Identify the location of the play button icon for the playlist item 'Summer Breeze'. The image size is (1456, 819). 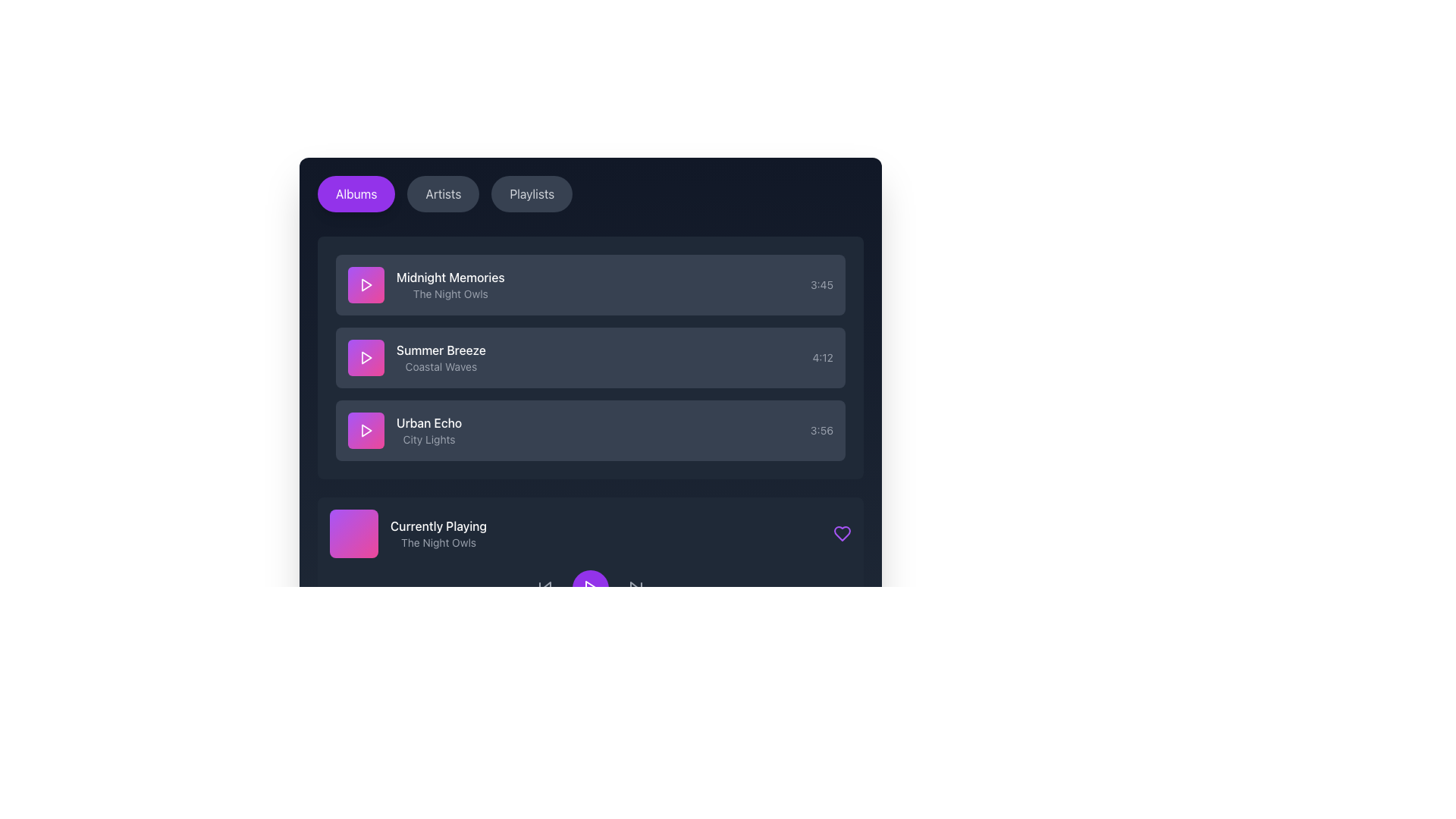
(366, 357).